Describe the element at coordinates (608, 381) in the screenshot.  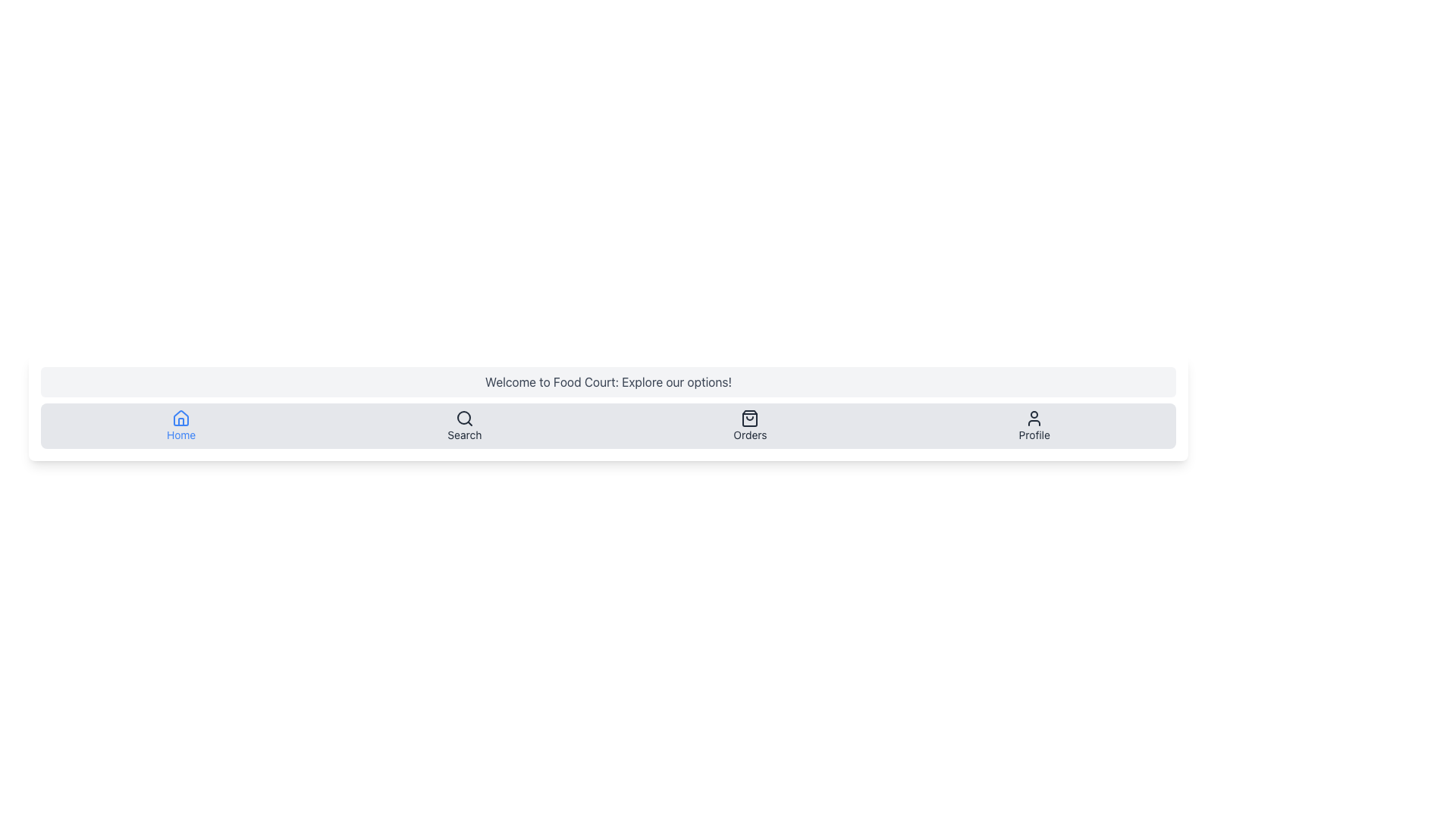
I see `the welcome message label indicating the purpose or theme of the page, located above the navigation bar` at that location.